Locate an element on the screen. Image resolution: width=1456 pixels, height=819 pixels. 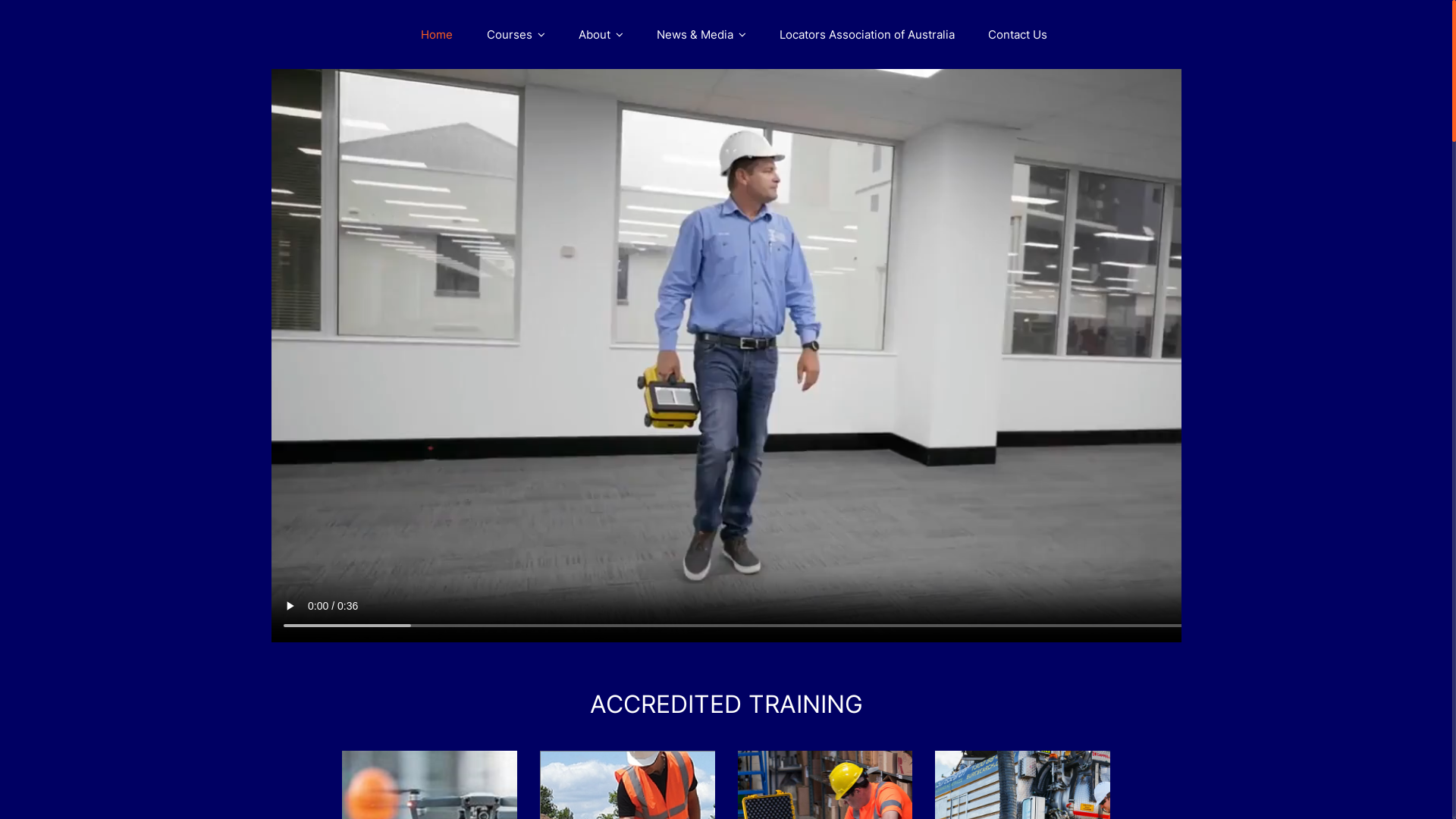
'News & Media' is located at coordinates (701, 34).